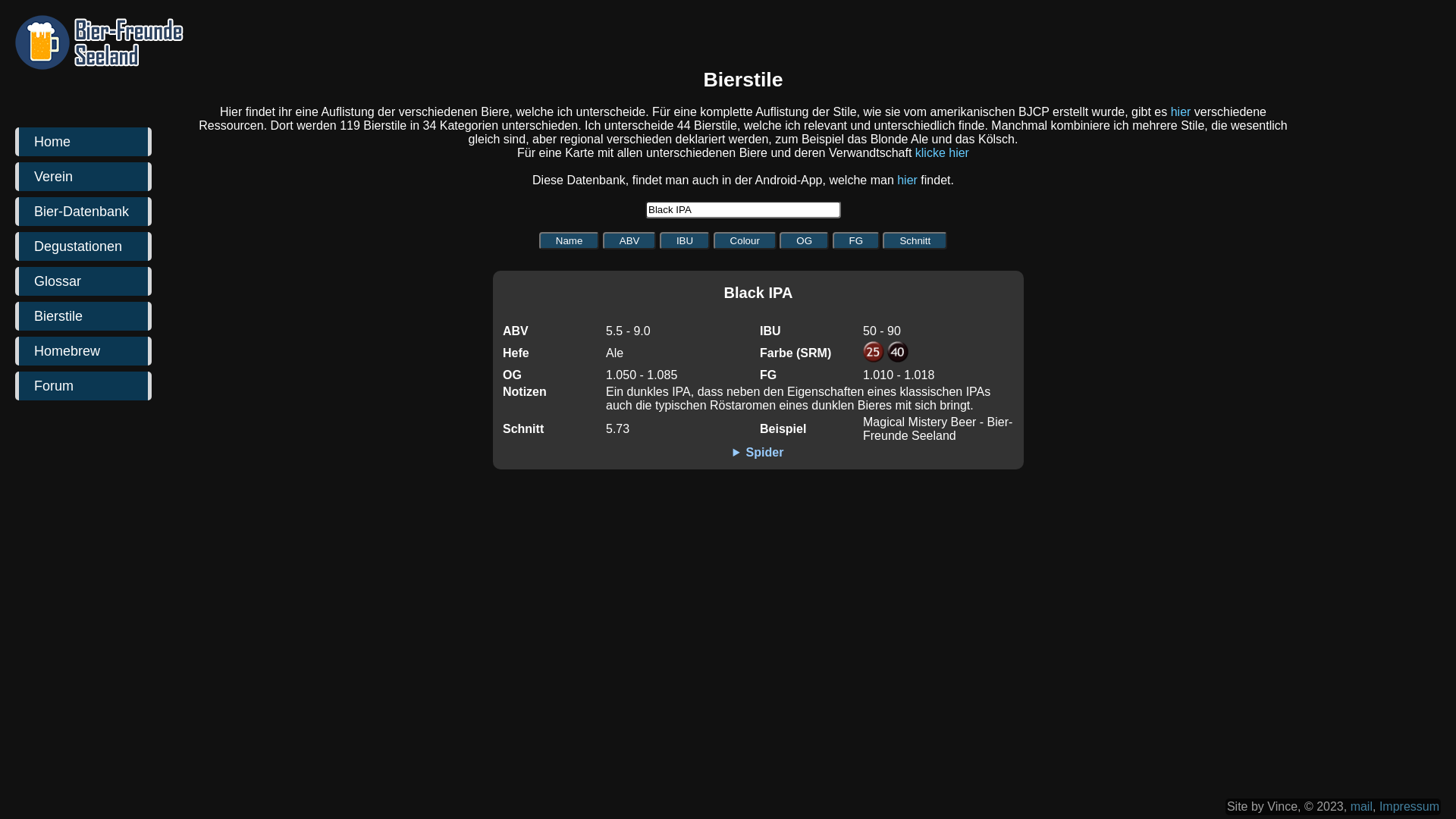 Image resolution: width=1456 pixels, height=819 pixels. What do you see at coordinates (907, 179) in the screenshot?
I see `'hier'` at bounding box center [907, 179].